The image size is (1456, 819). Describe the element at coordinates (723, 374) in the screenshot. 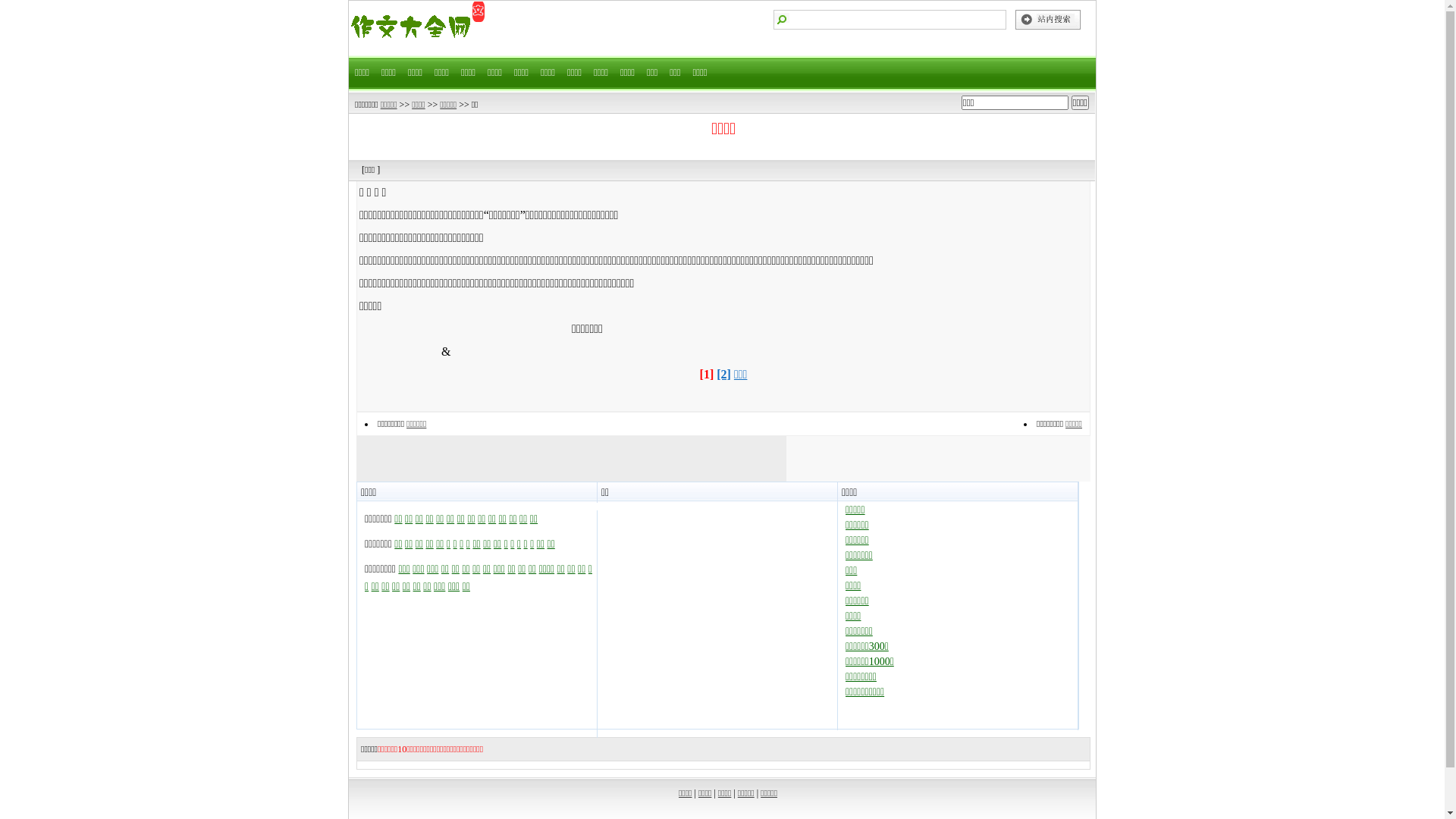

I see `'[2]'` at that location.